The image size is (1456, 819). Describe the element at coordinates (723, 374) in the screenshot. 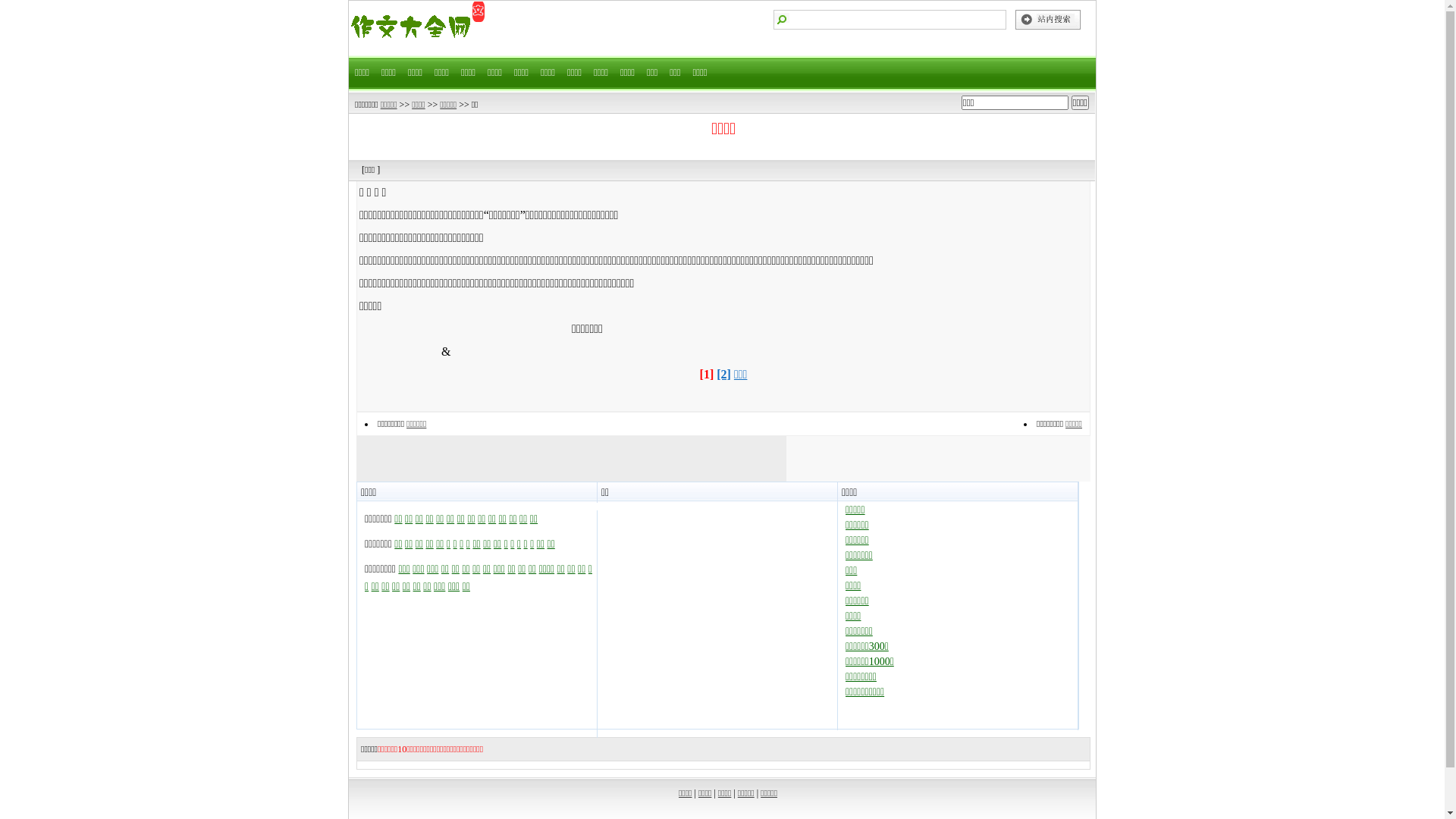

I see `'[2]'` at that location.